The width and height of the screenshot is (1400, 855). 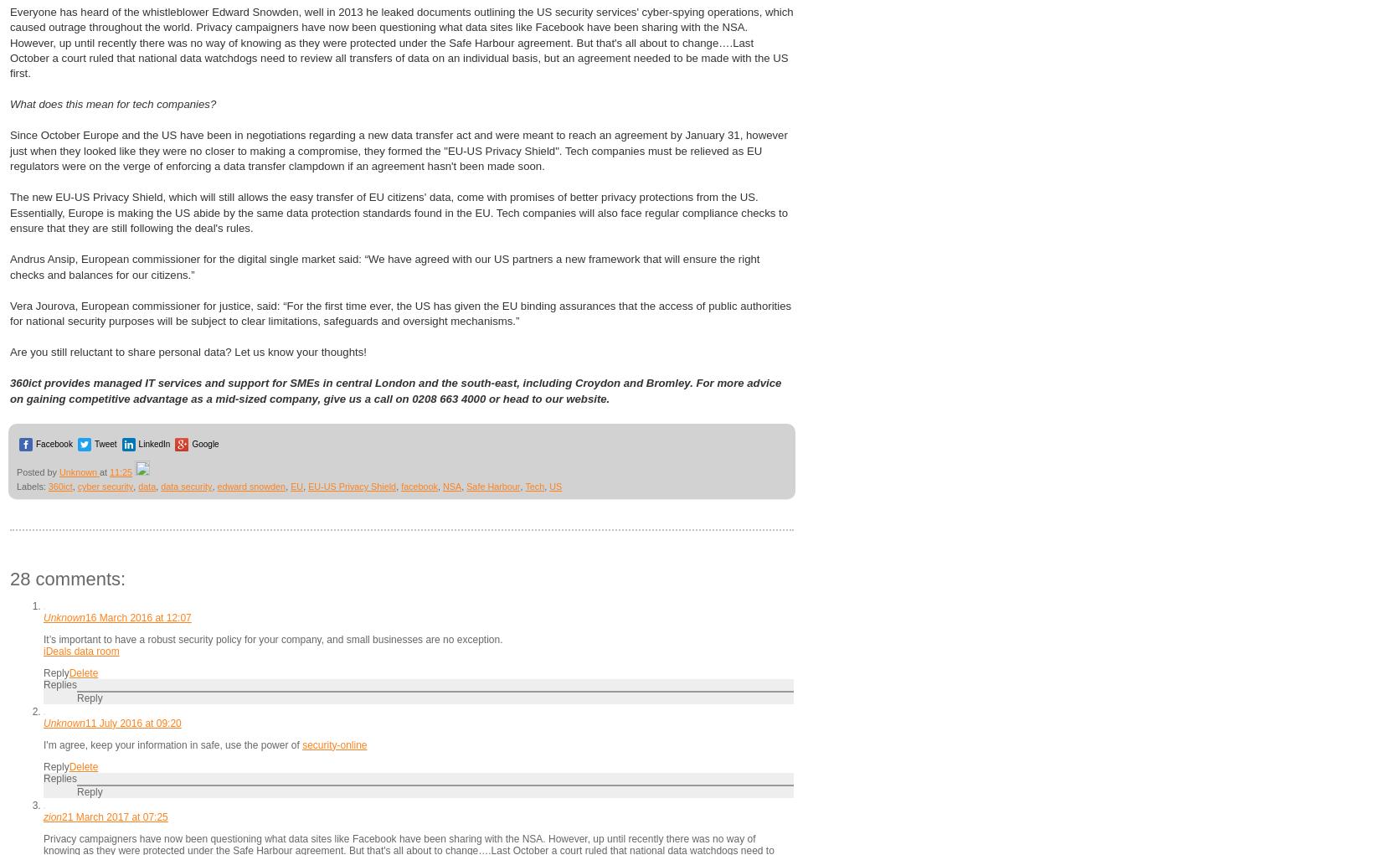 What do you see at coordinates (85, 615) in the screenshot?
I see `'16 March 2016 at 12:07'` at bounding box center [85, 615].